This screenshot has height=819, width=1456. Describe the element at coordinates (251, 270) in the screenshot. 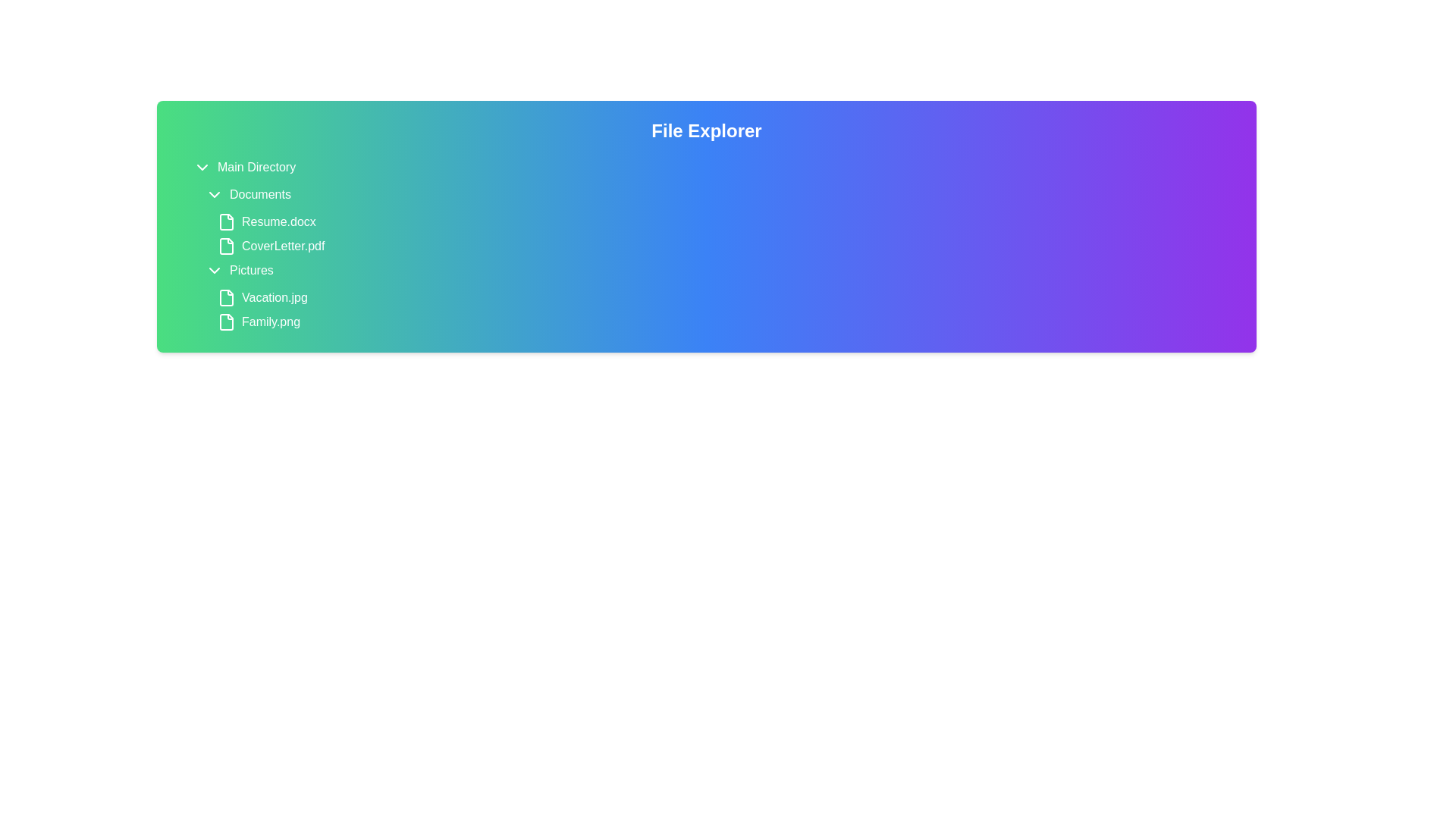

I see `the 'Pictures' text label in the file explorer to identify the directory` at that location.